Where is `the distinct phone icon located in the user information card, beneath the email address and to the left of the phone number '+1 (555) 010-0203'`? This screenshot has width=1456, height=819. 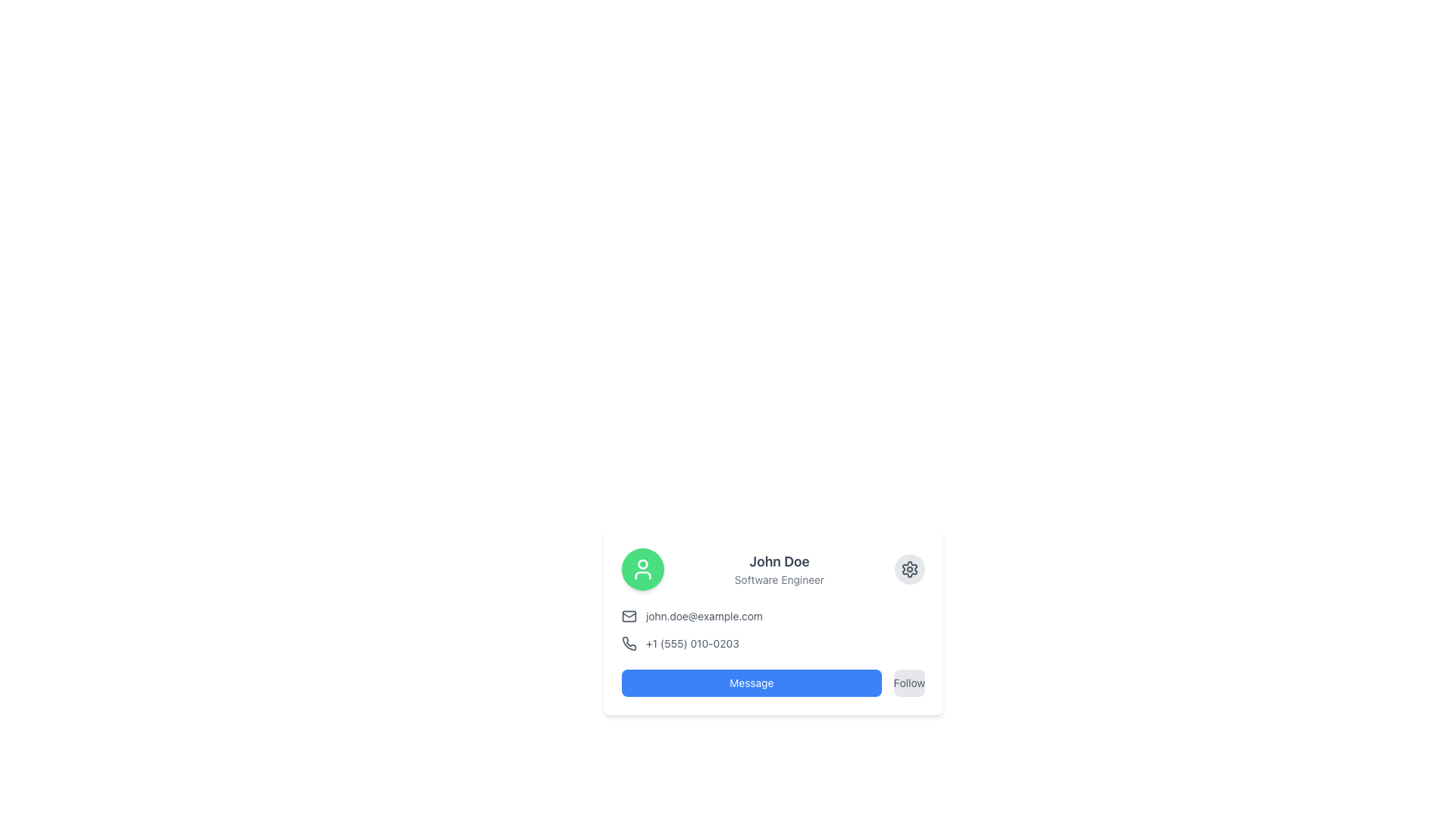 the distinct phone icon located in the user information card, beneath the email address and to the left of the phone number '+1 (555) 010-0203' is located at coordinates (629, 643).